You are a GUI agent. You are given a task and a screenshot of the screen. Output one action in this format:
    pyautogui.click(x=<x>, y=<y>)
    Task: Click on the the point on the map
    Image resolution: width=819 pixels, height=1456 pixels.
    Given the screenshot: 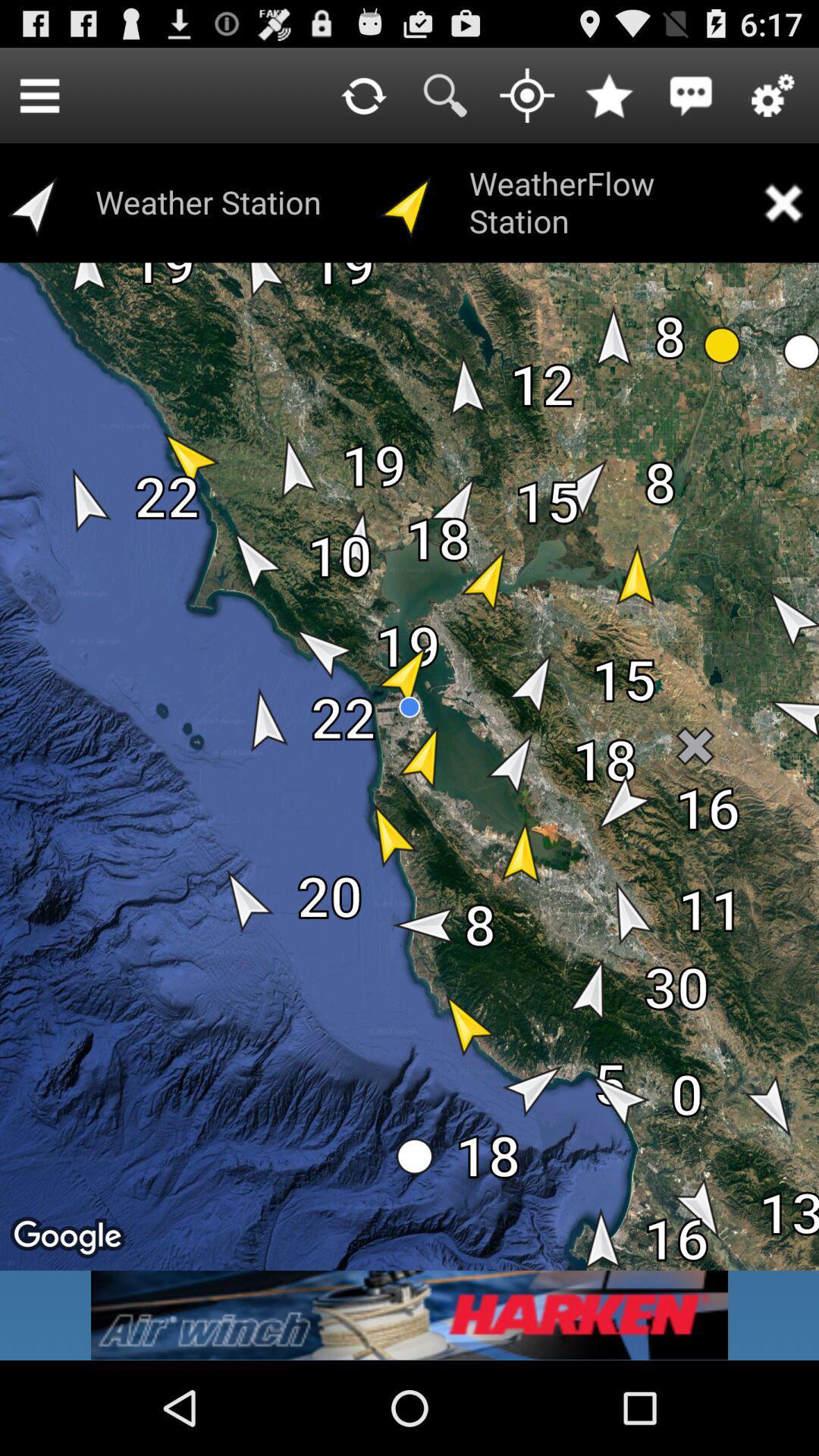 What is the action you would take?
    pyautogui.click(x=526, y=94)
    